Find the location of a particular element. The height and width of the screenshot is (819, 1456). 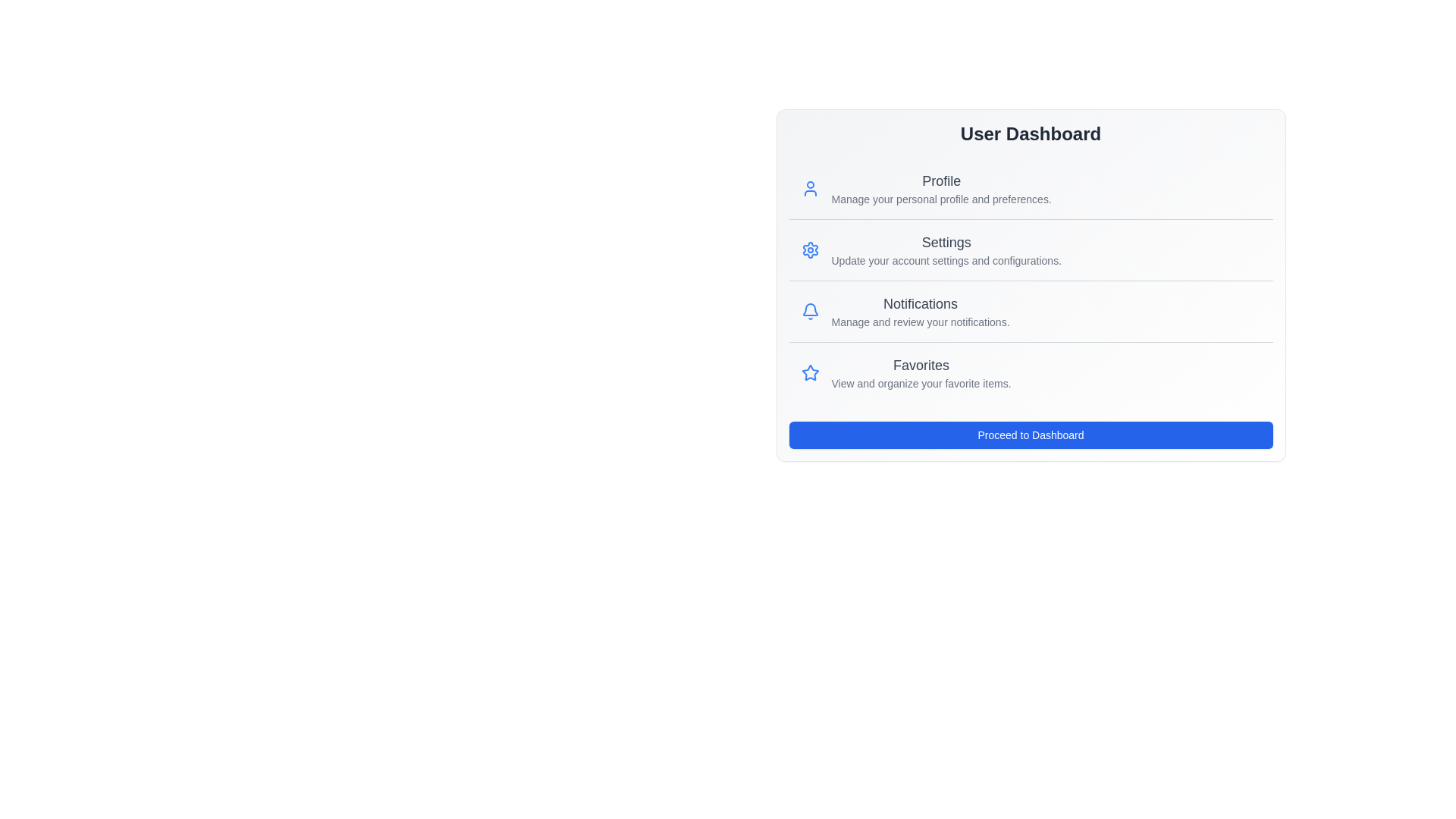

the header text for the 'Settings' section of the user dashboard, which is located between the 'Profile' and 'Notifications' sections is located at coordinates (946, 242).